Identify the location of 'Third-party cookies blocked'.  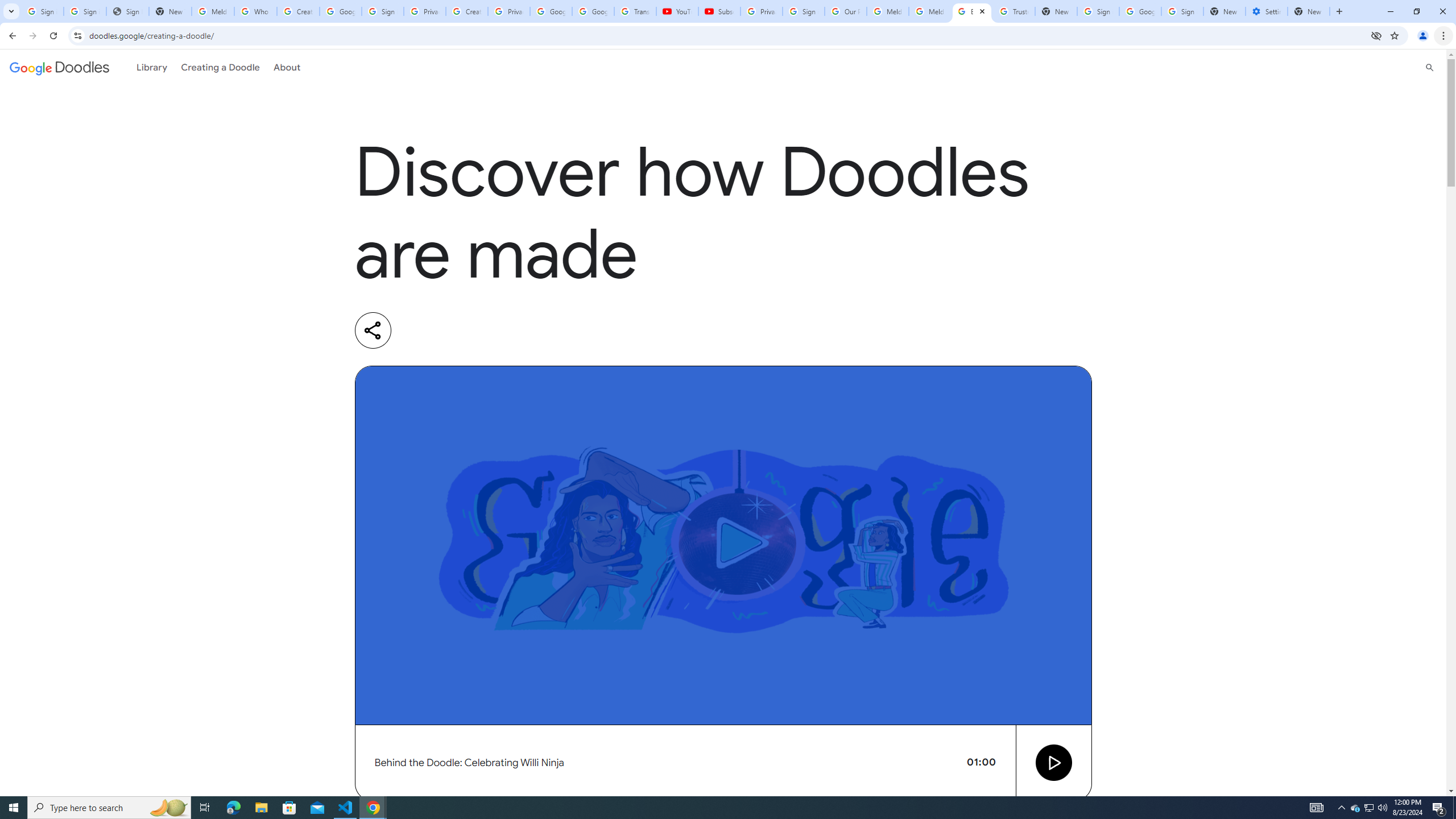
(1376, 35).